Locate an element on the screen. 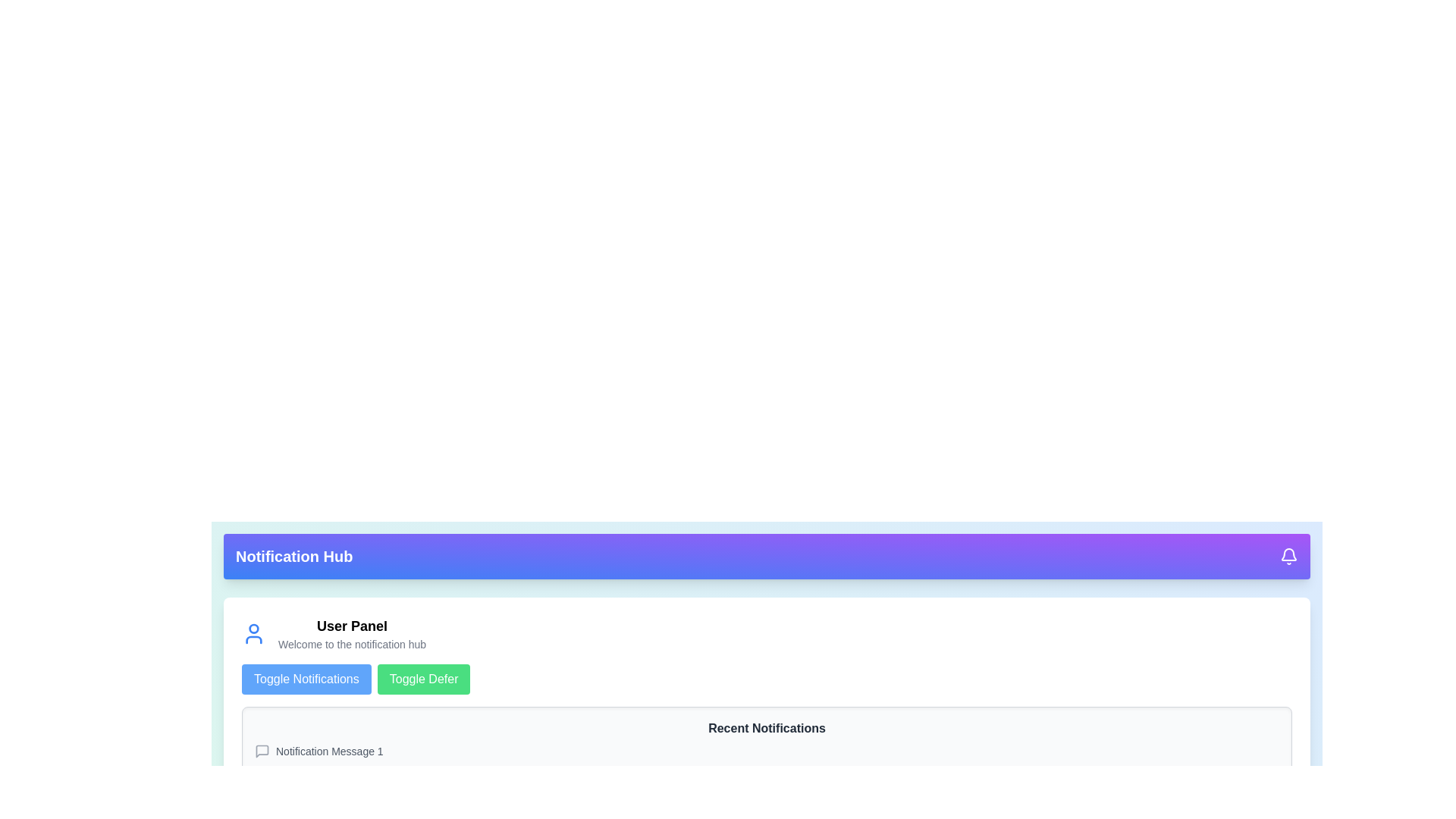 The width and height of the screenshot is (1456, 819). text block containing the bold header 'User Panel' and the subtitle 'Welcome to the notification hub', which is positioned slightly to the right of a user icon graphic is located at coordinates (351, 634).